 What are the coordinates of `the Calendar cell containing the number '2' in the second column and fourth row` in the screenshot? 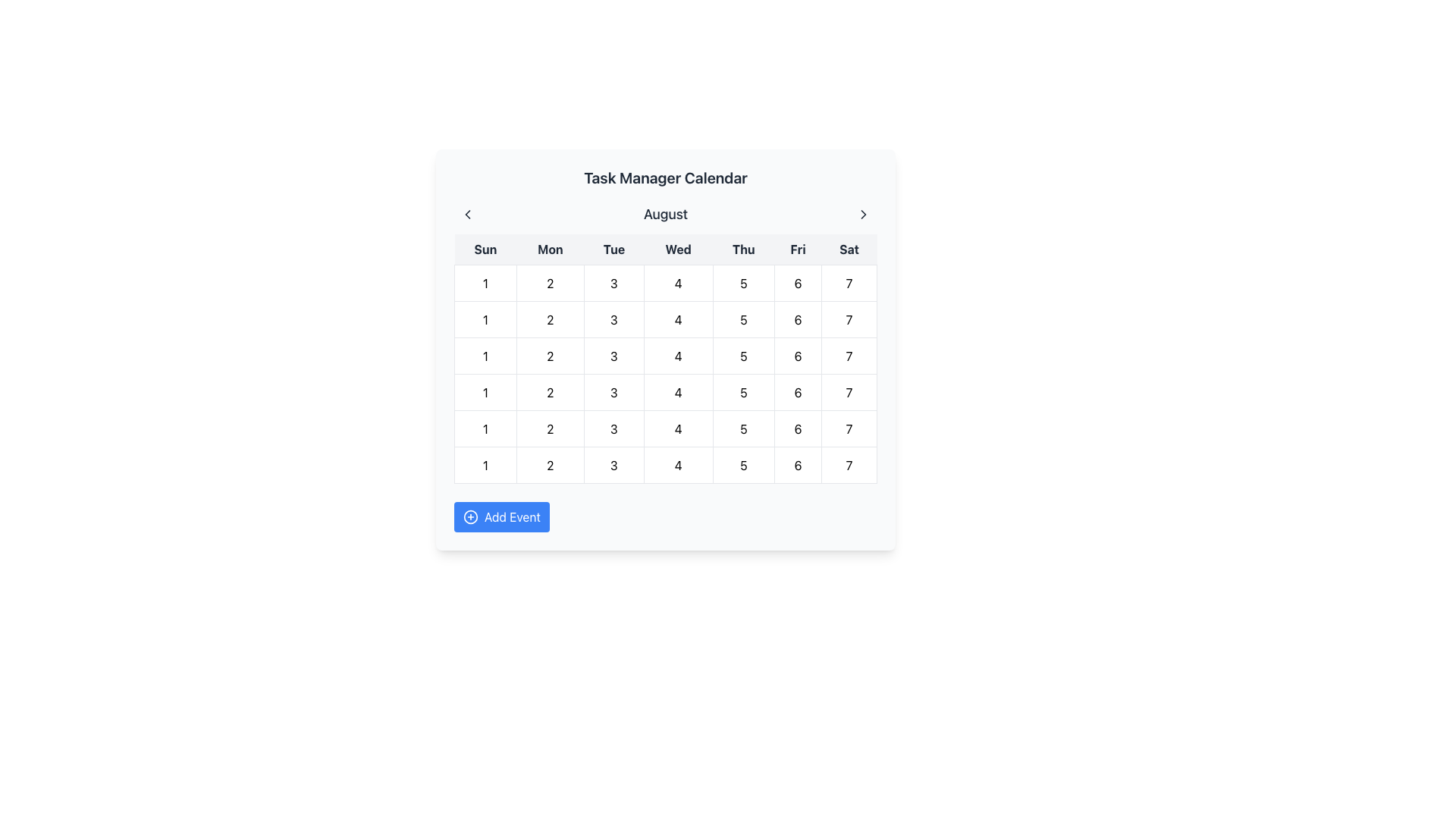 It's located at (549, 428).